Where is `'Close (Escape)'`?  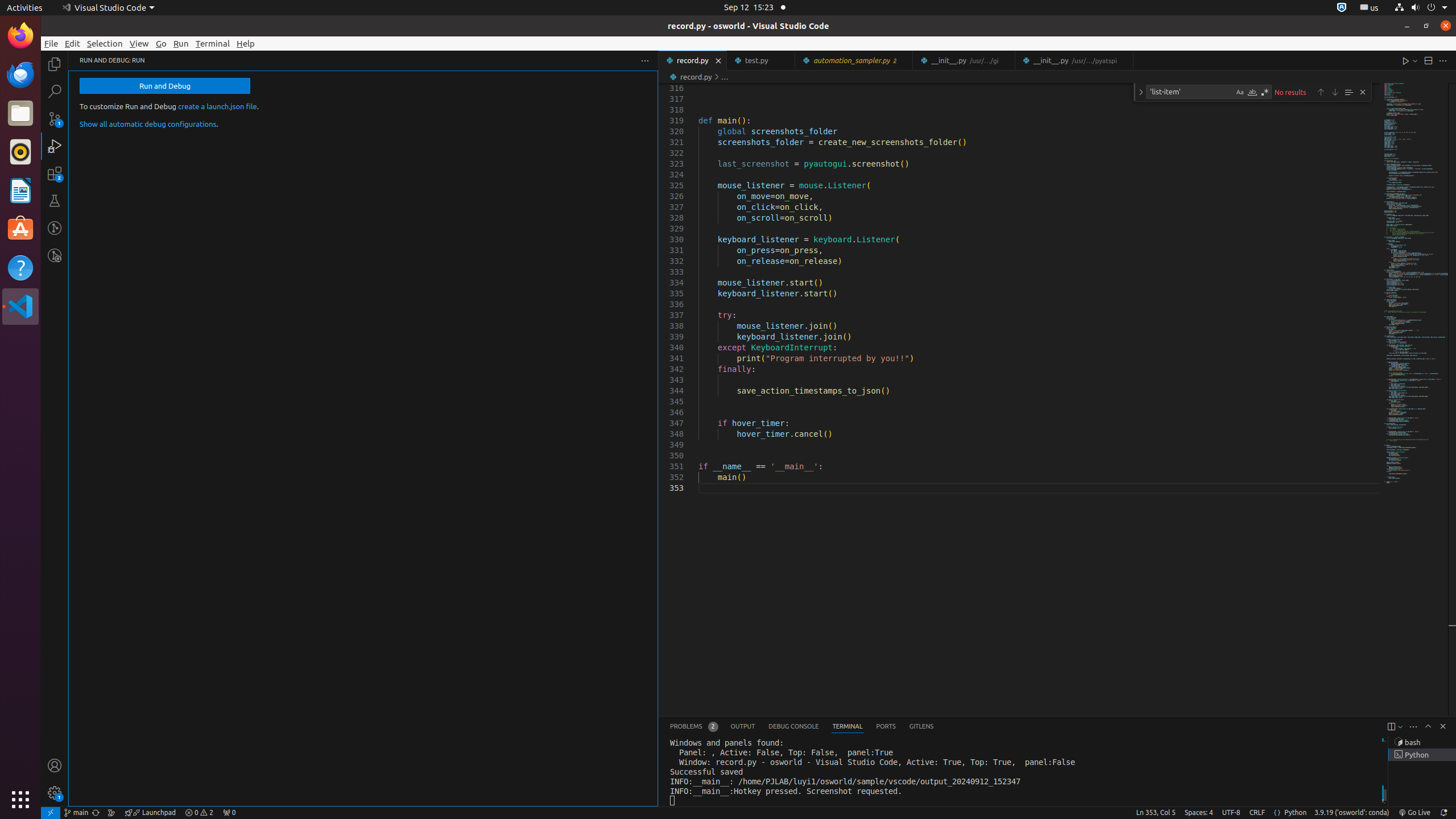 'Close (Escape)' is located at coordinates (1362, 92).